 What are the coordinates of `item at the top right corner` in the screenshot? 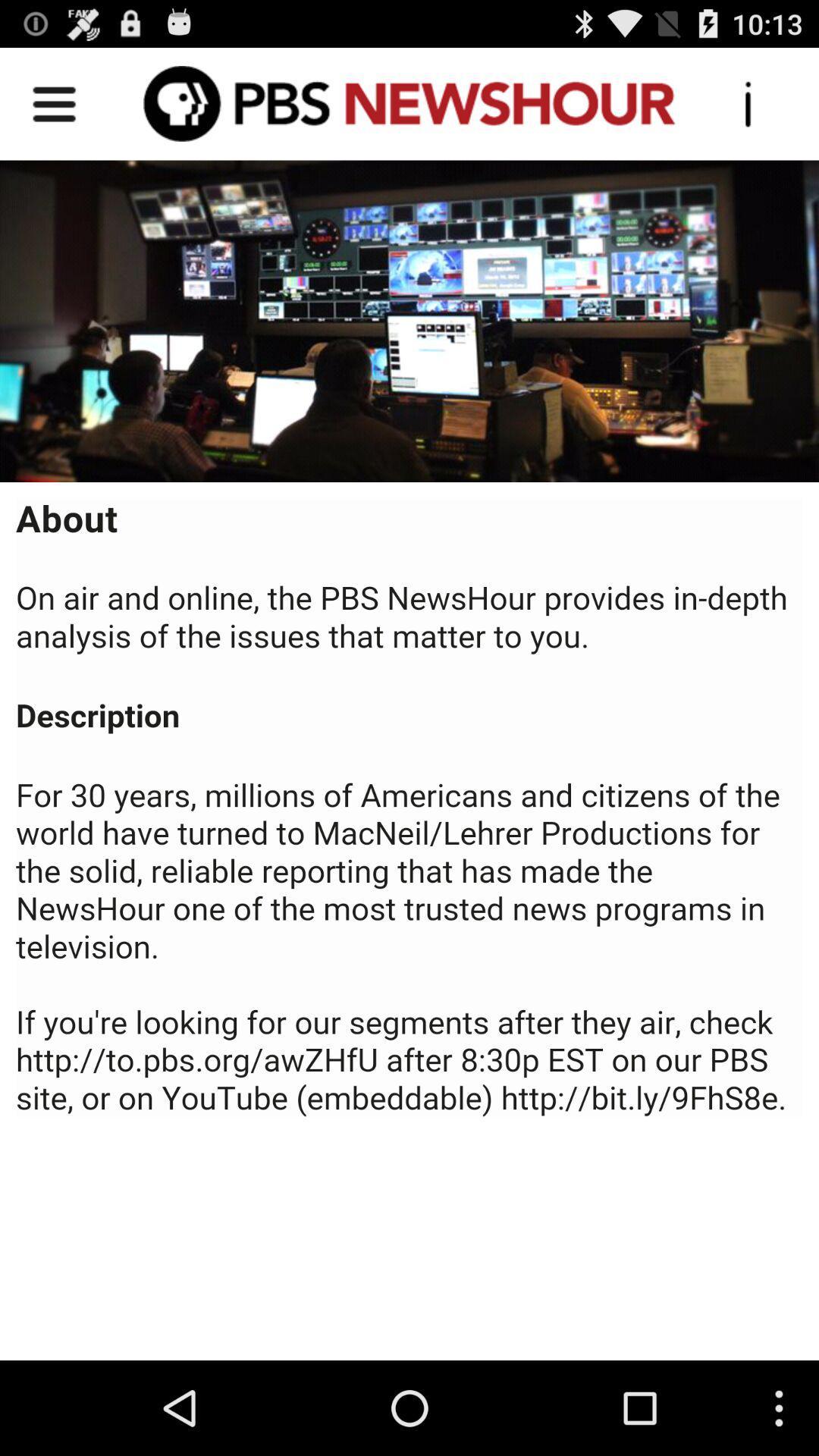 It's located at (747, 102).